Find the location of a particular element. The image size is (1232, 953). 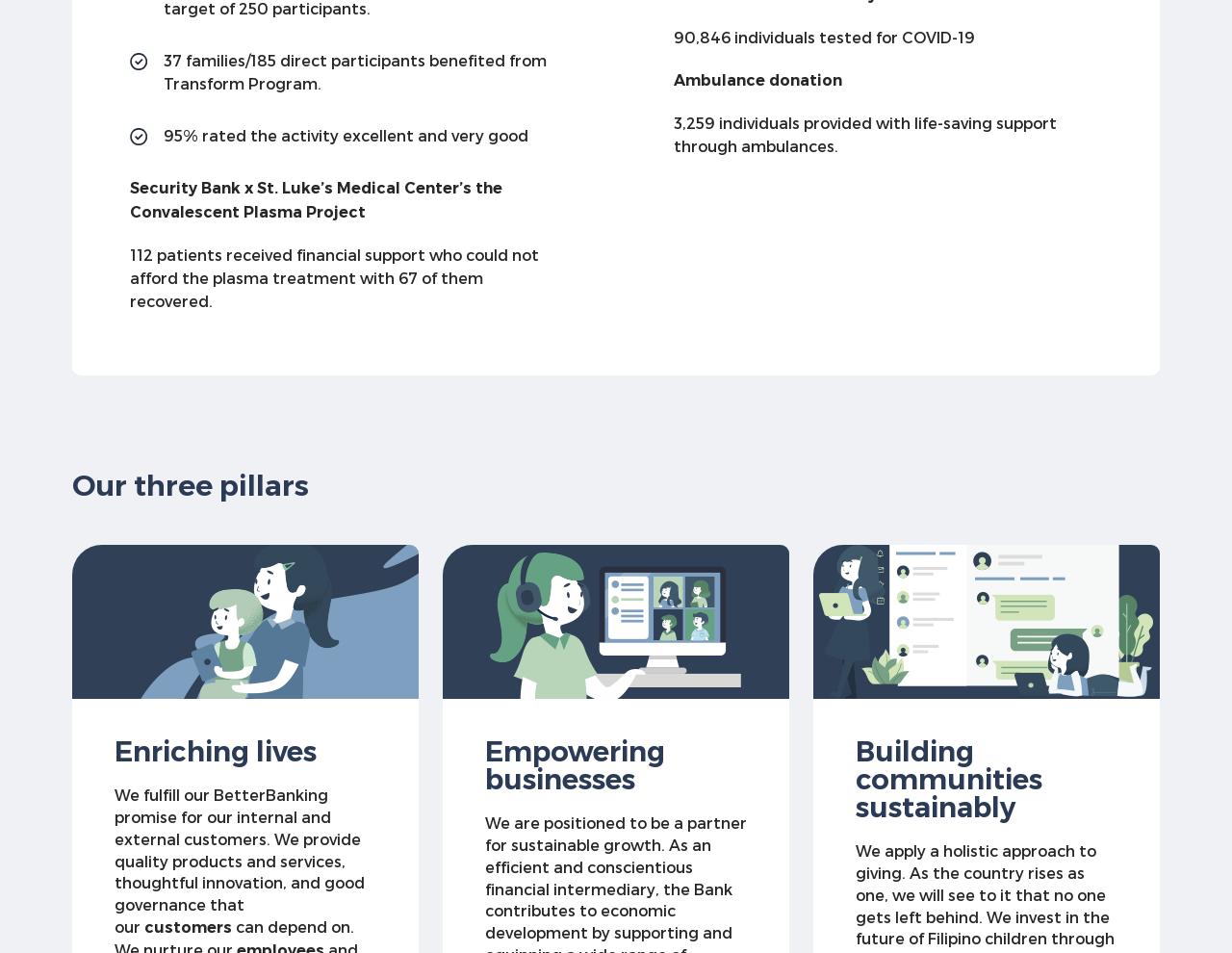

'Ambulance donation' is located at coordinates (757, 79).